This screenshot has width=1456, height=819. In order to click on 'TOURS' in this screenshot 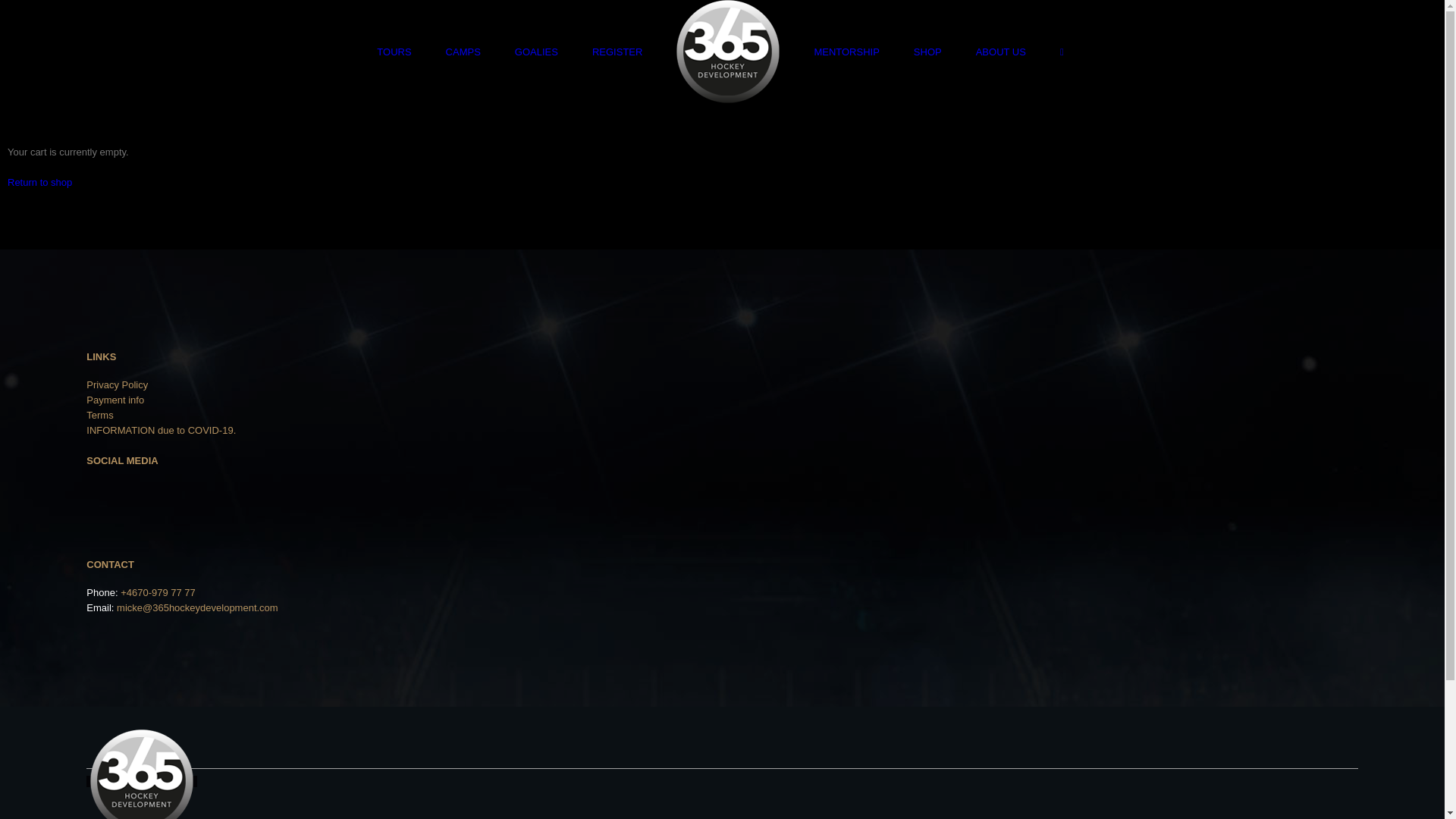, I will do `click(394, 51)`.